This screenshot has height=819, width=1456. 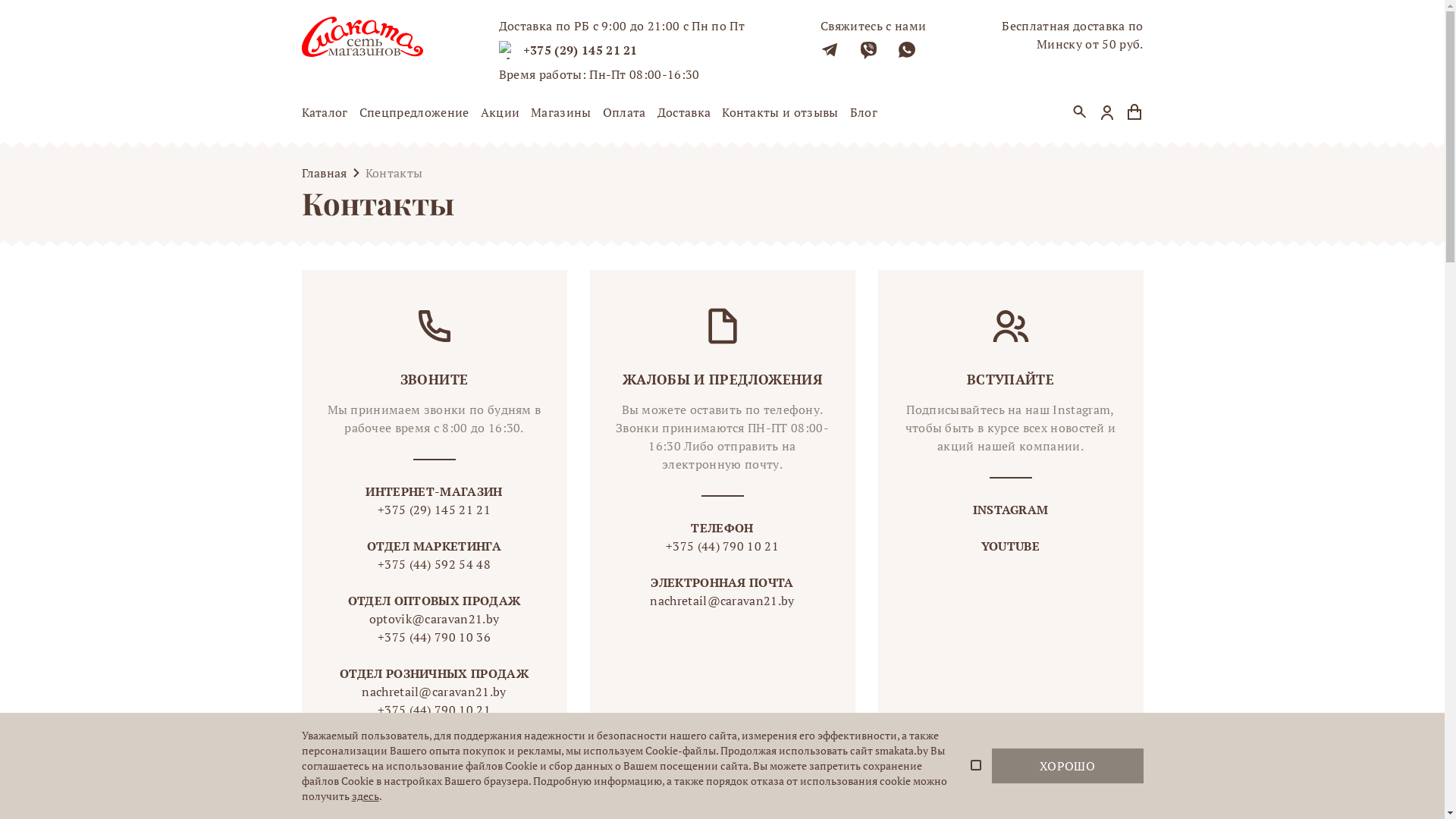 What do you see at coordinates (433, 691) in the screenshot?
I see `'nachretail@caravan21.by'` at bounding box center [433, 691].